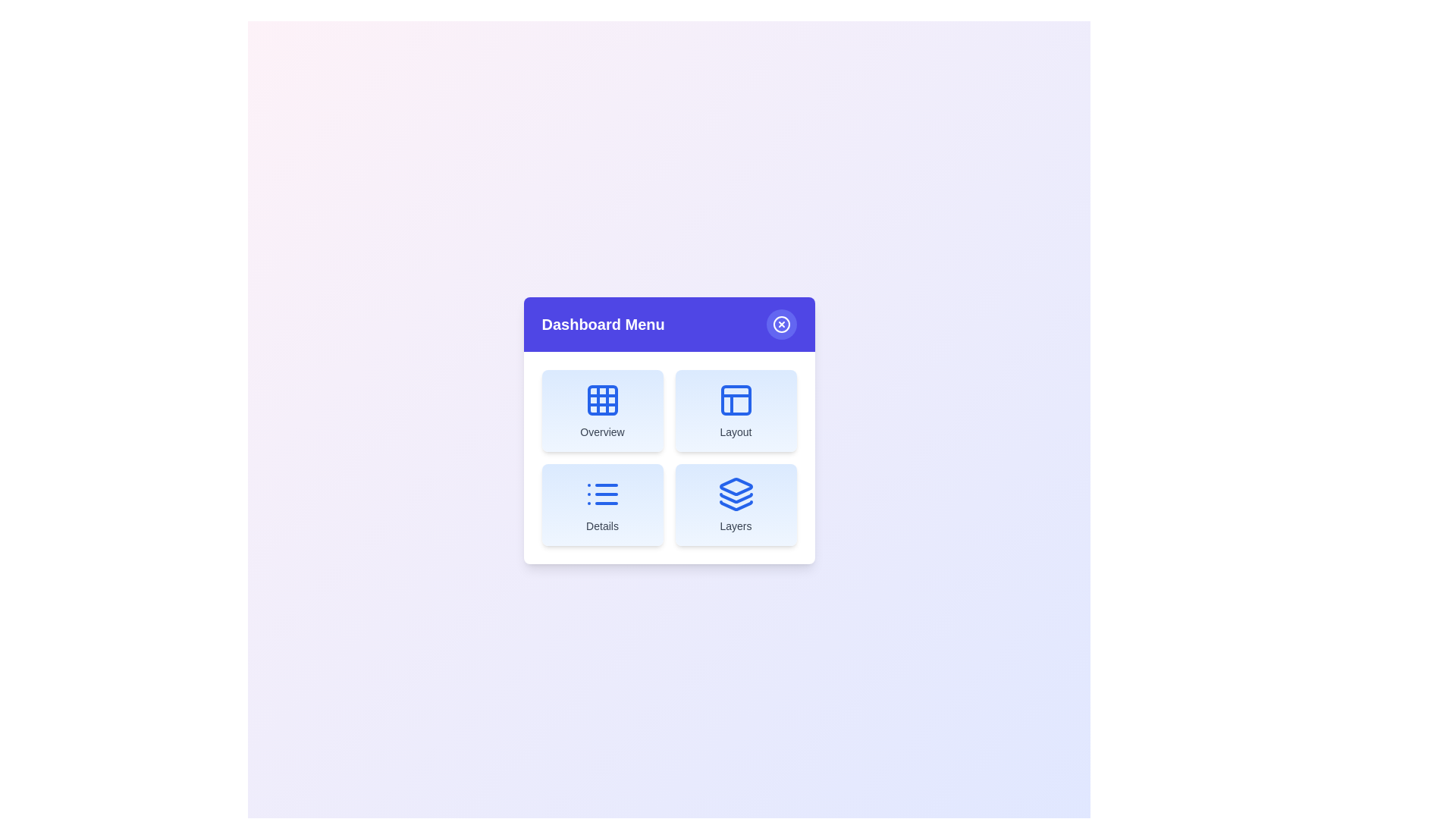 This screenshot has width=1456, height=819. I want to click on the menu item labeled Layers, so click(736, 505).